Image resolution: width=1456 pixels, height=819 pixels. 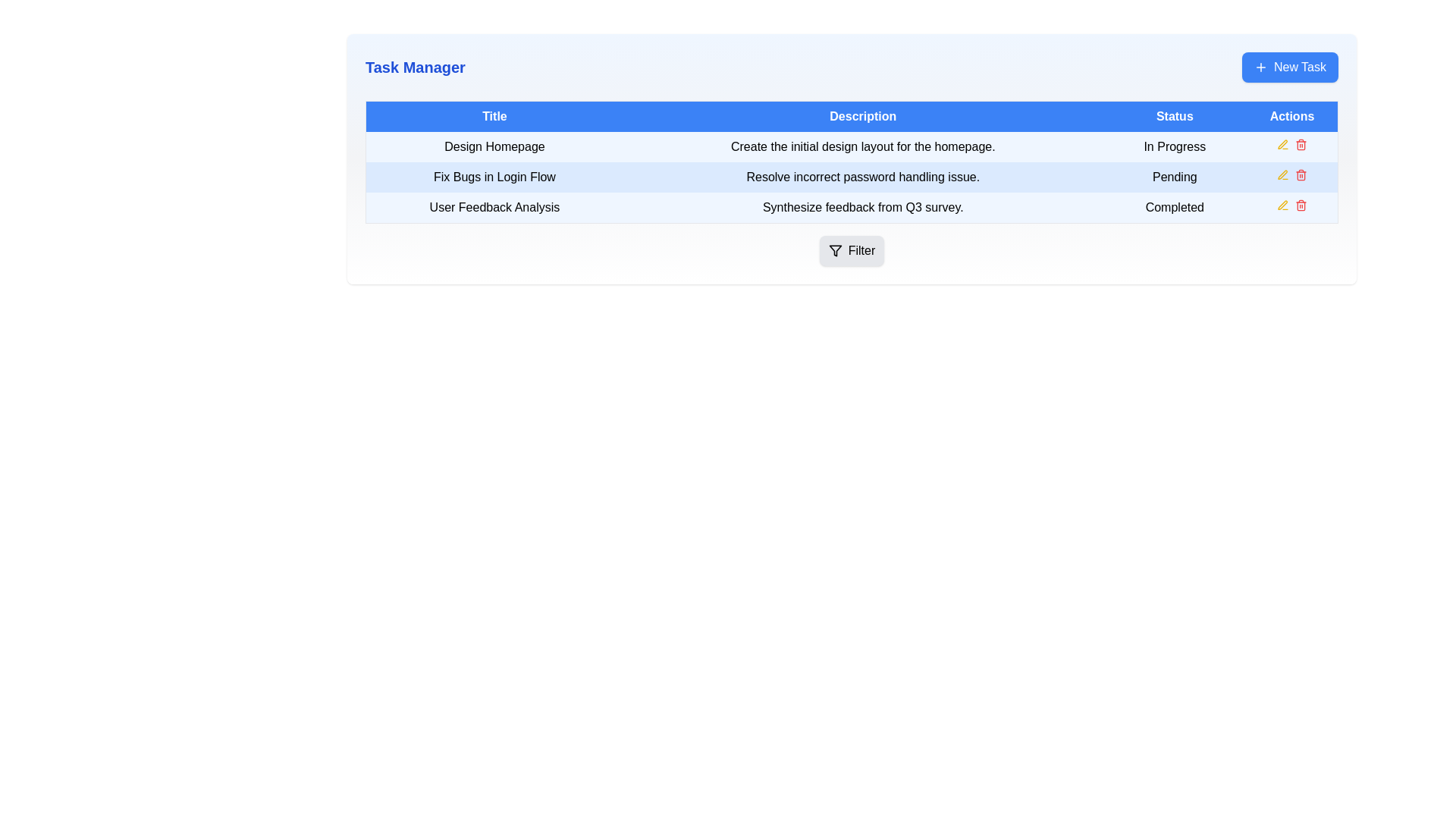 I want to click on the text label that indicates the purpose of the filter button located in the bottom right corner of the table interface, so click(x=861, y=250).